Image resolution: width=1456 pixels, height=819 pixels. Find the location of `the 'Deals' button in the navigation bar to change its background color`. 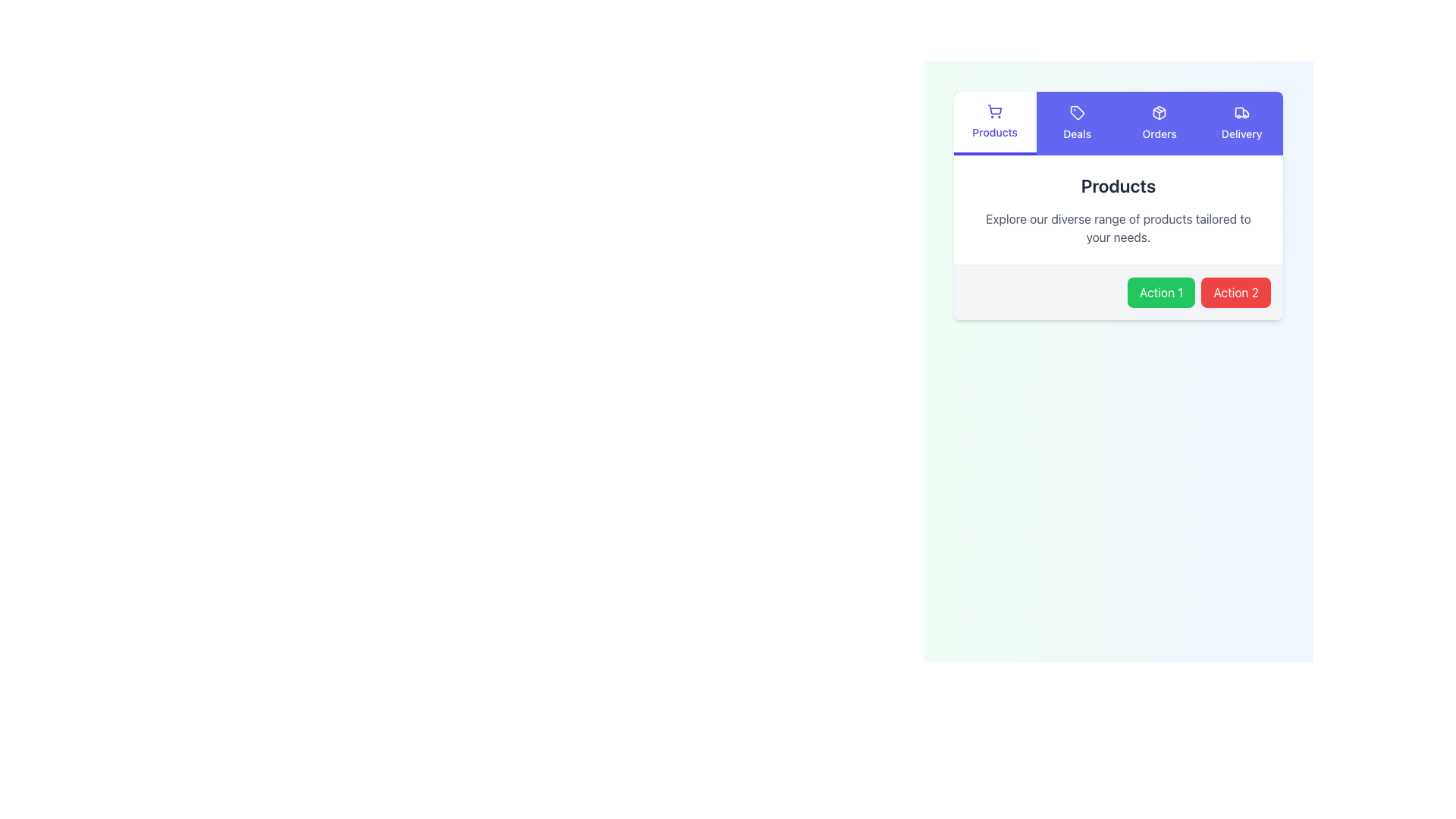

the 'Deals' button in the navigation bar to change its background color is located at coordinates (1076, 122).